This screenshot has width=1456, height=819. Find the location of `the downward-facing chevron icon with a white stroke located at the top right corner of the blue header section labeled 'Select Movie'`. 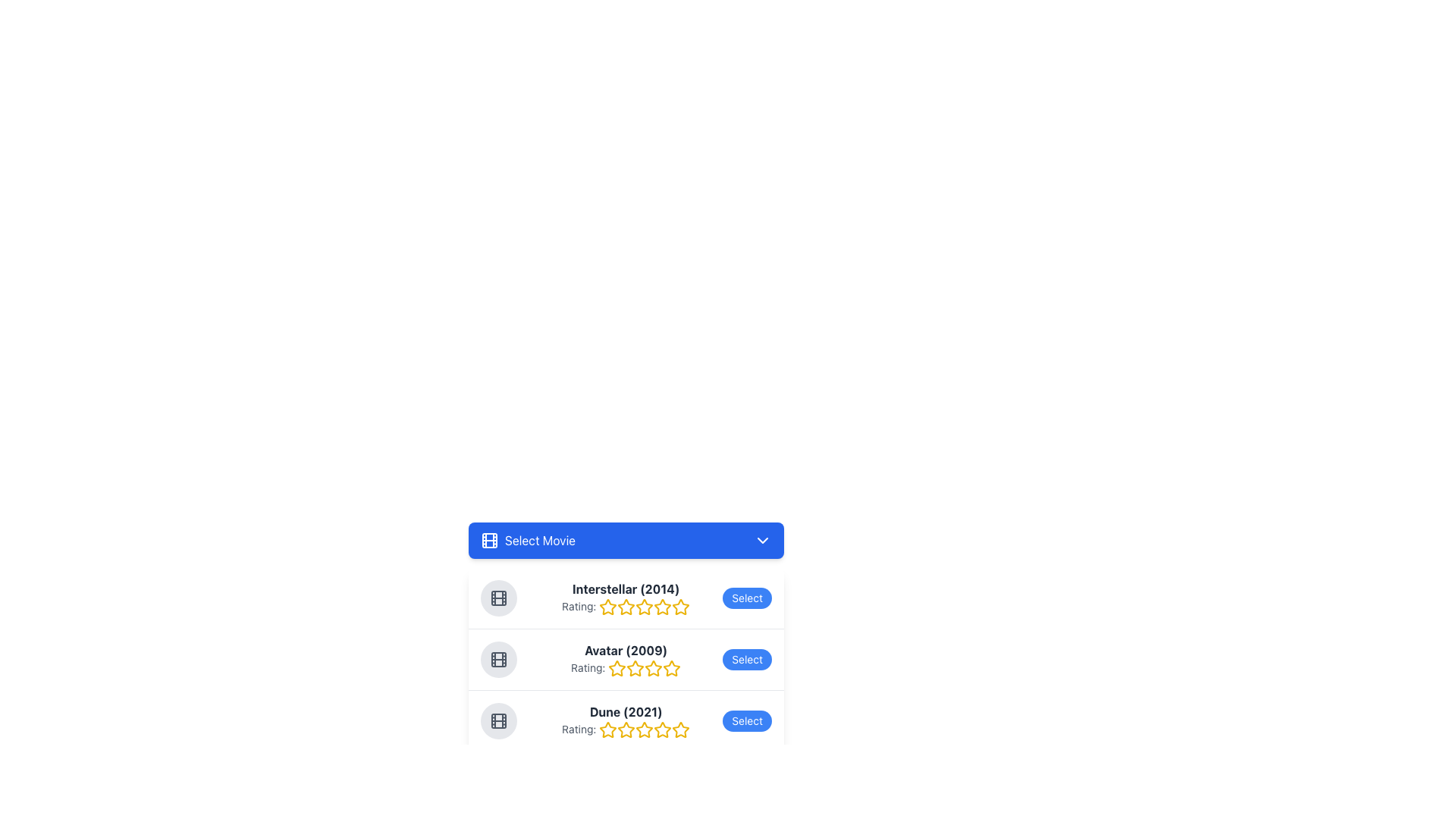

the downward-facing chevron icon with a white stroke located at the top right corner of the blue header section labeled 'Select Movie' is located at coordinates (763, 540).